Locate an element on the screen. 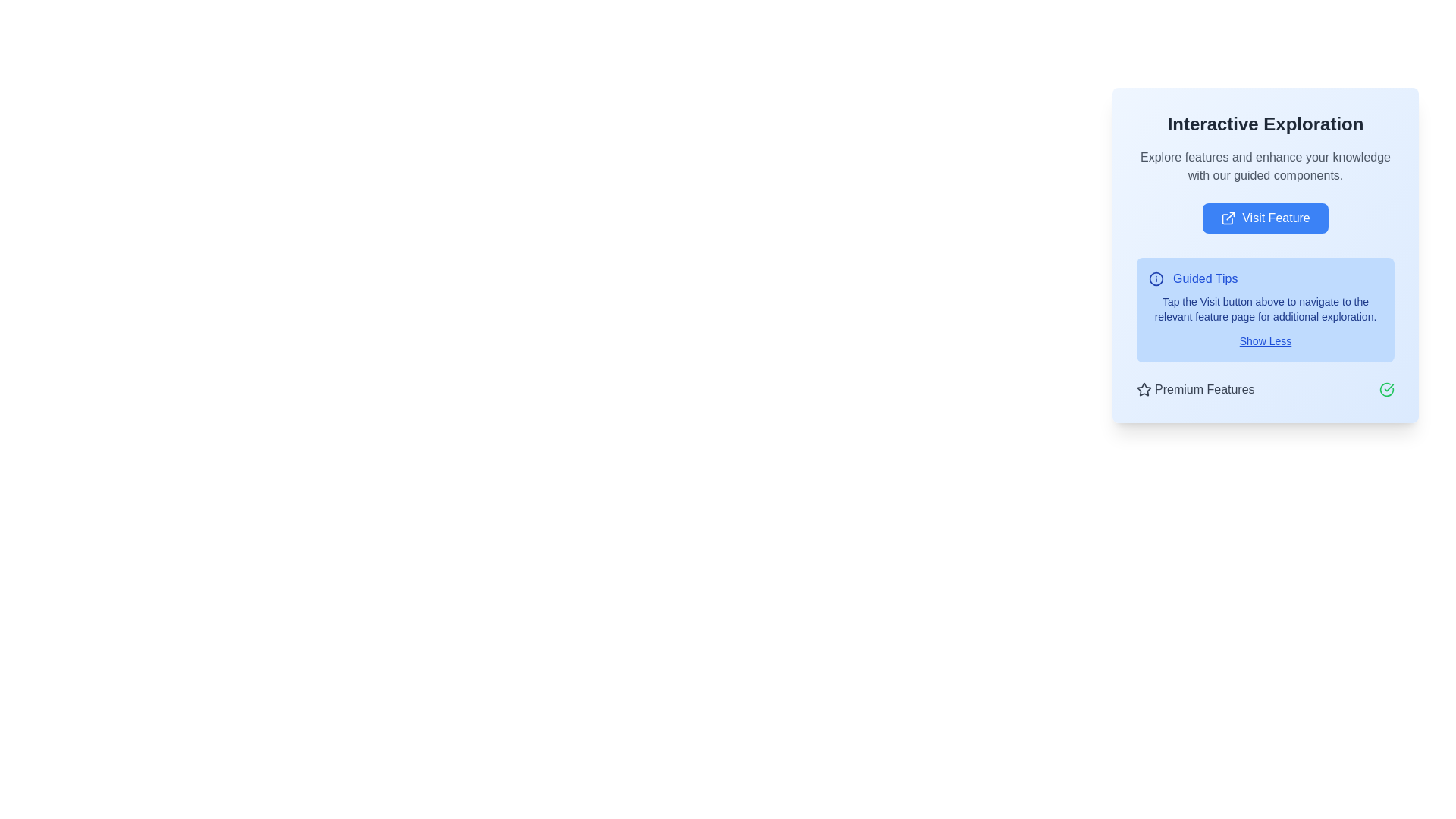 The width and height of the screenshot is (1456, 819). the static text label 'Guided Tips', which is blue-colored and located next to an information icon within a light blue background section is located at coordinates (1204, 278).